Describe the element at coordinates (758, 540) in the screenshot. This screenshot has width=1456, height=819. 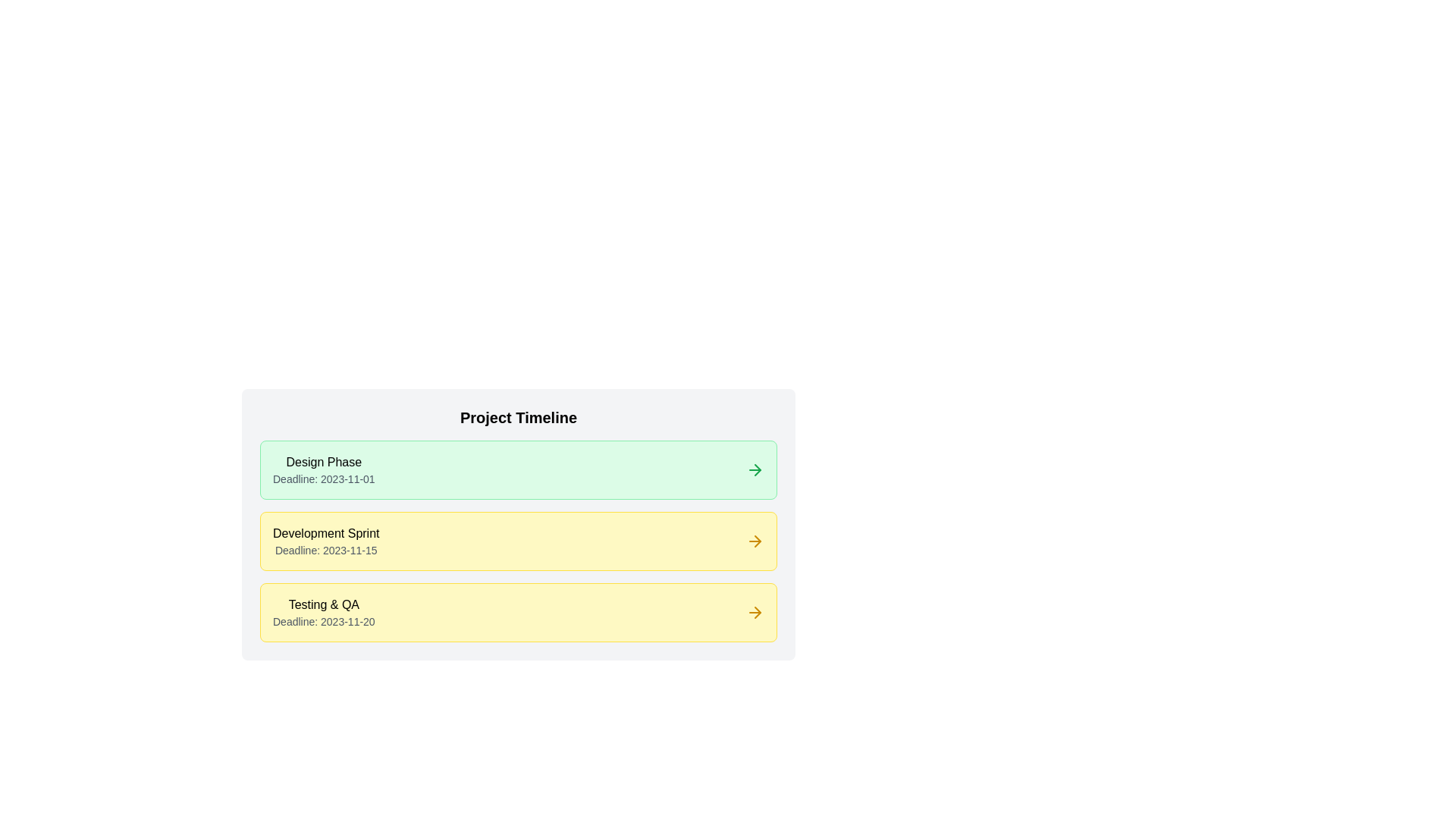
I see `the yellowish arrow-shaped vector graphic element within the SVG, which is aligned towards the right edge of the development sprint box in the timeline` at that location.